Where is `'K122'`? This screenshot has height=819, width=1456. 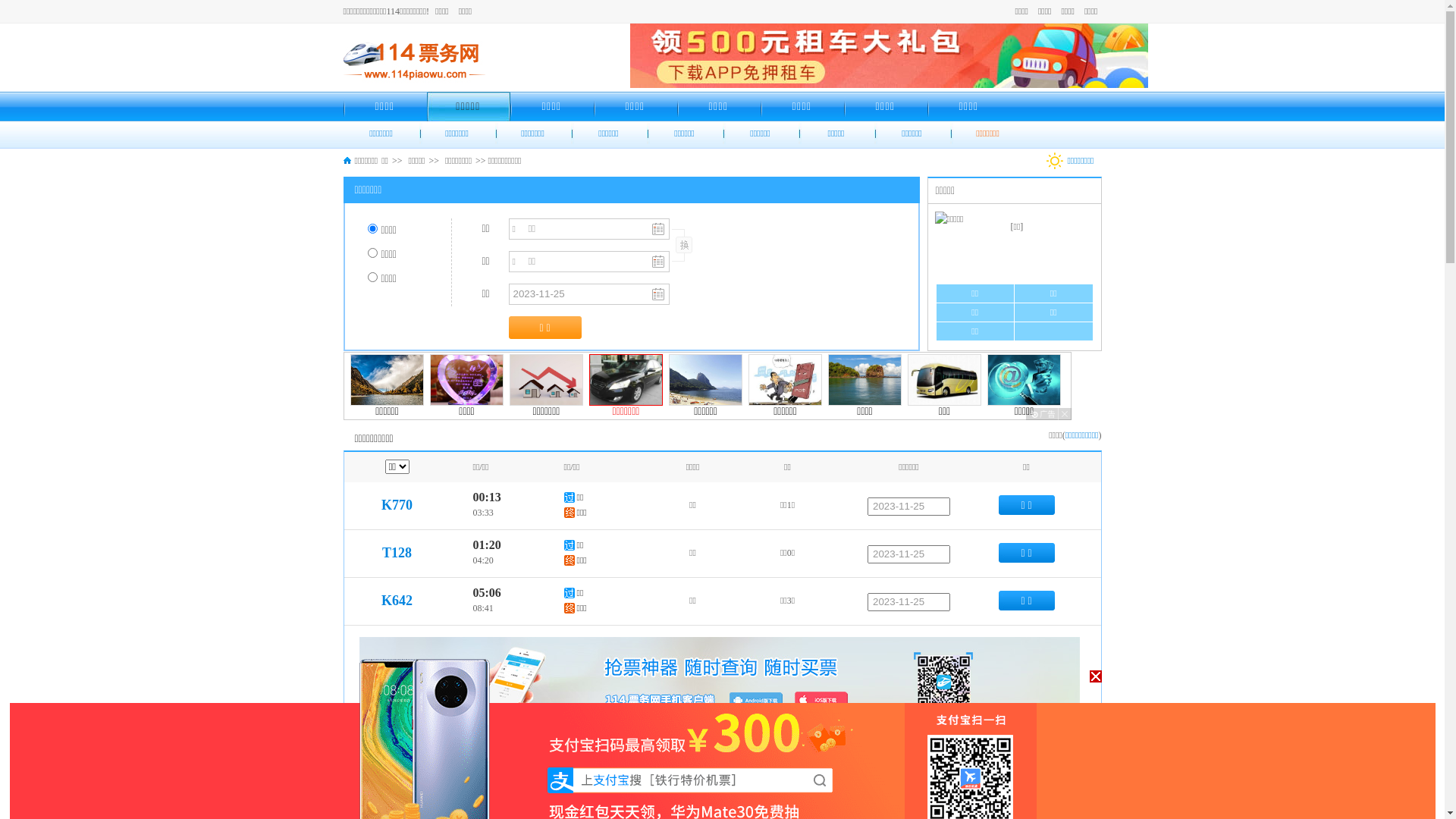
'K122' is located at coordinates (397, 759).